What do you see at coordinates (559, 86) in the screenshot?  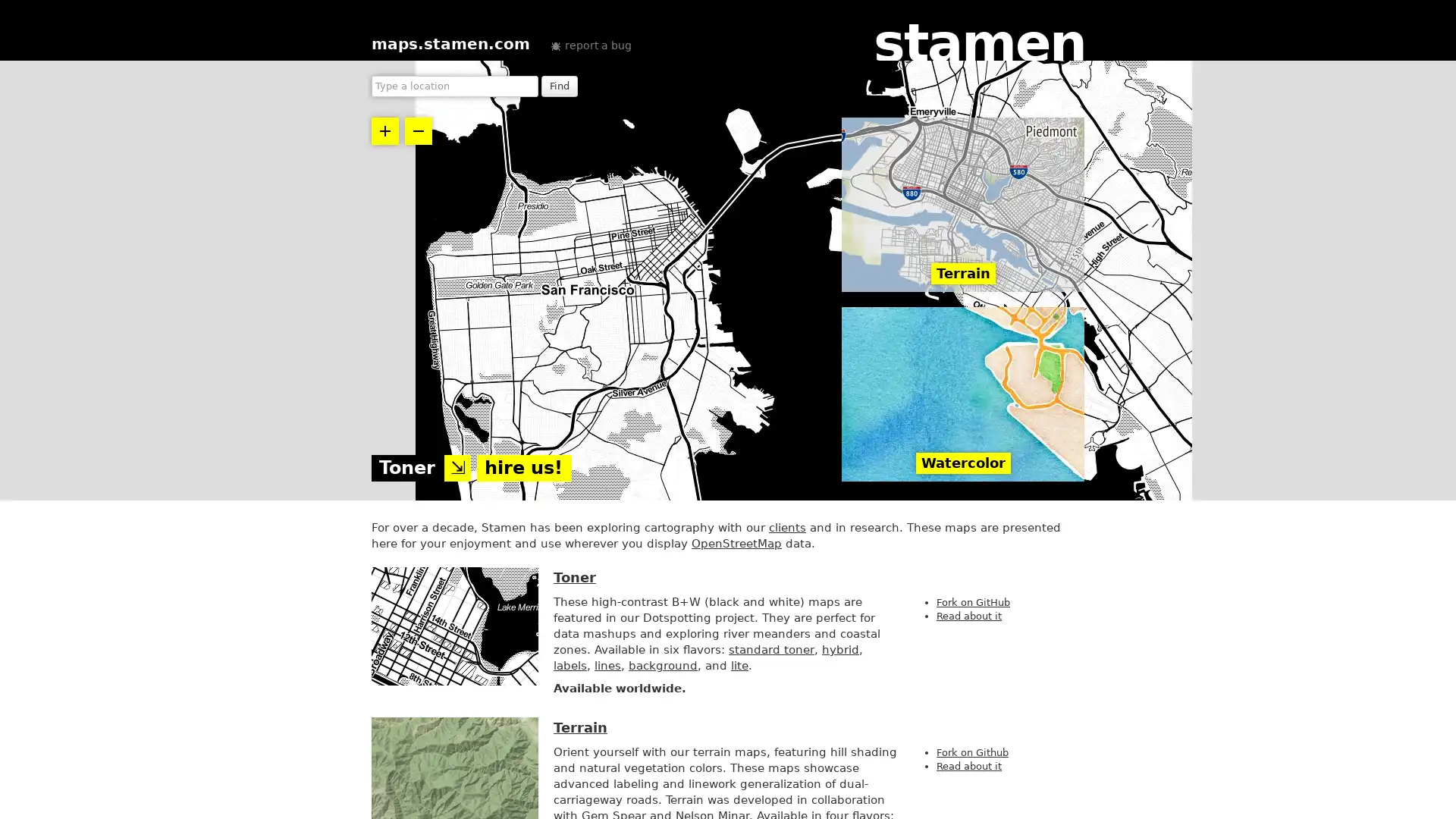 I see `Find` at bounding box center [559, 86].